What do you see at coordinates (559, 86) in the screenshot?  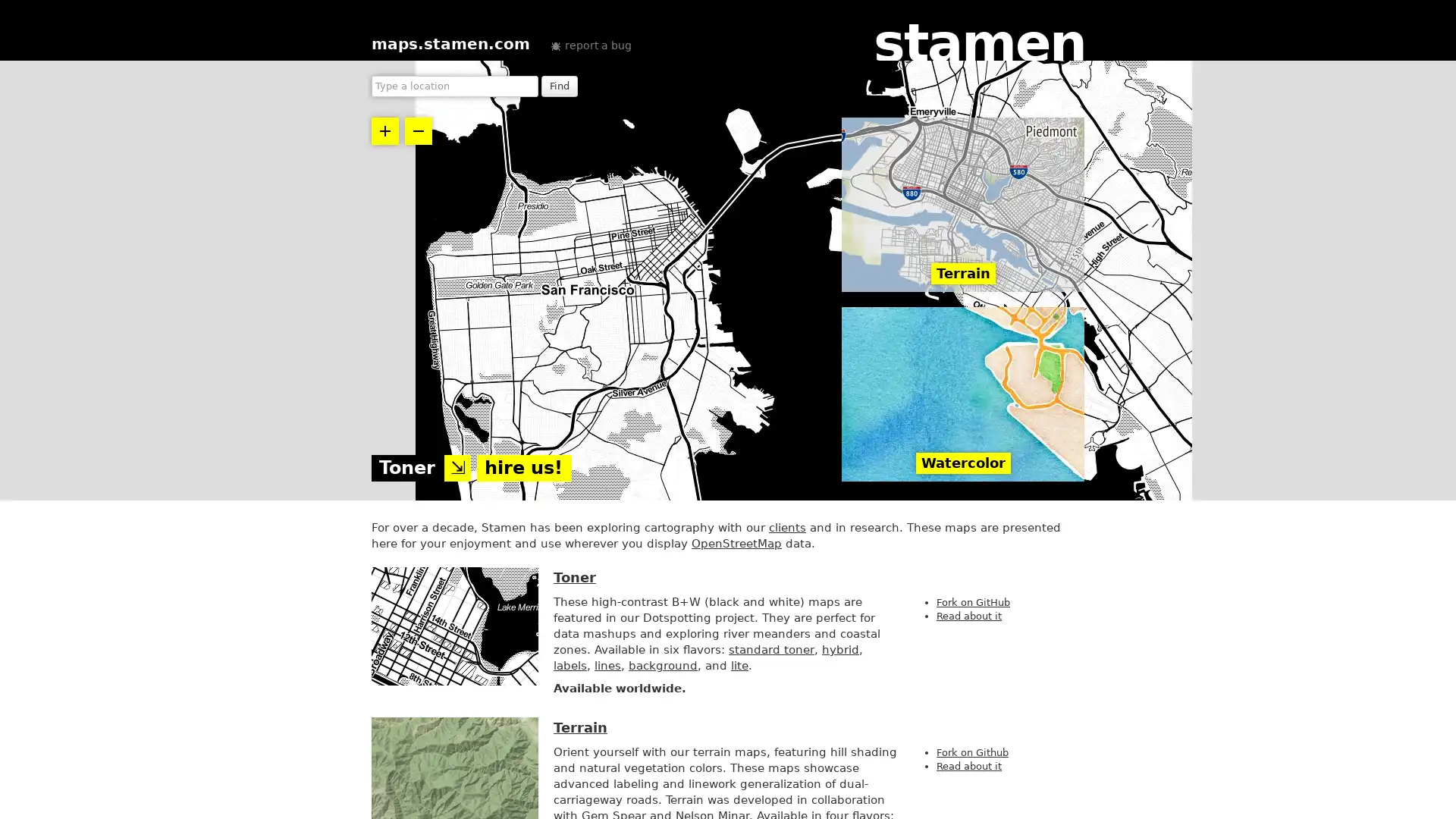 I see `Find` at bounding box center [559, 86].